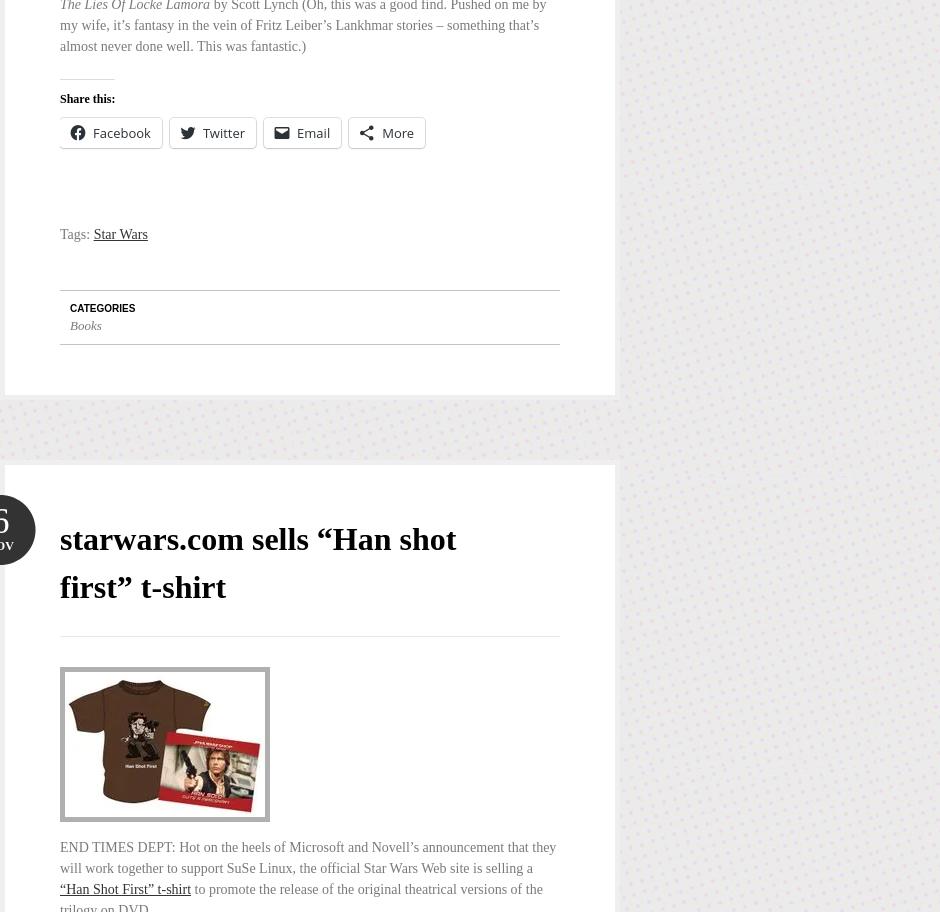  What do you see at coordinates (58, 887) in the screenshot?
I see `'“Han Shot First” t-shirt'` at bounding box center [58, 887].